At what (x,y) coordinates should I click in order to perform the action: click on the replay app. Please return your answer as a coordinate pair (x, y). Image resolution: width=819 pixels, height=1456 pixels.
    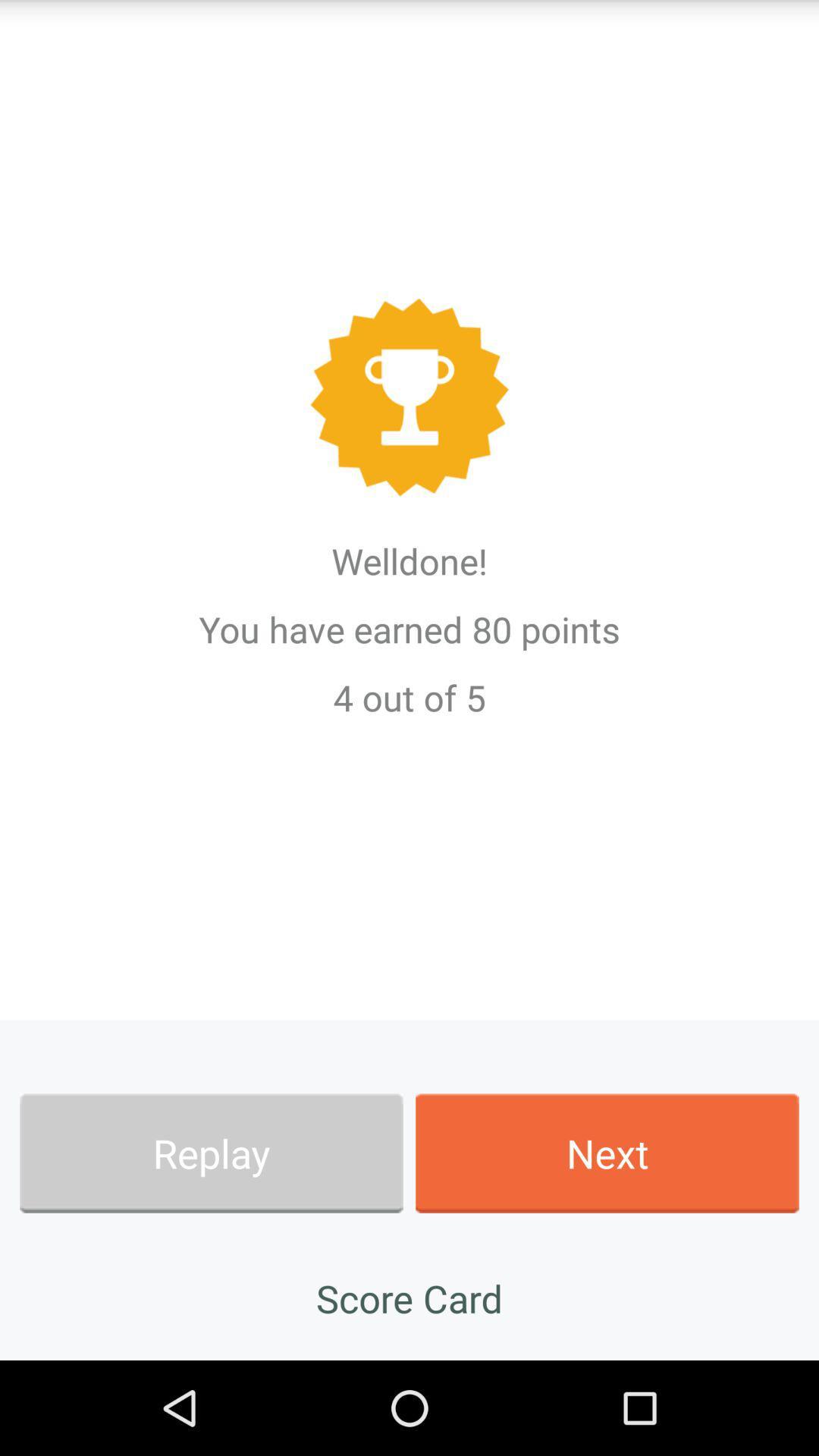
    Looking at the image, I should click on (211, 1153).